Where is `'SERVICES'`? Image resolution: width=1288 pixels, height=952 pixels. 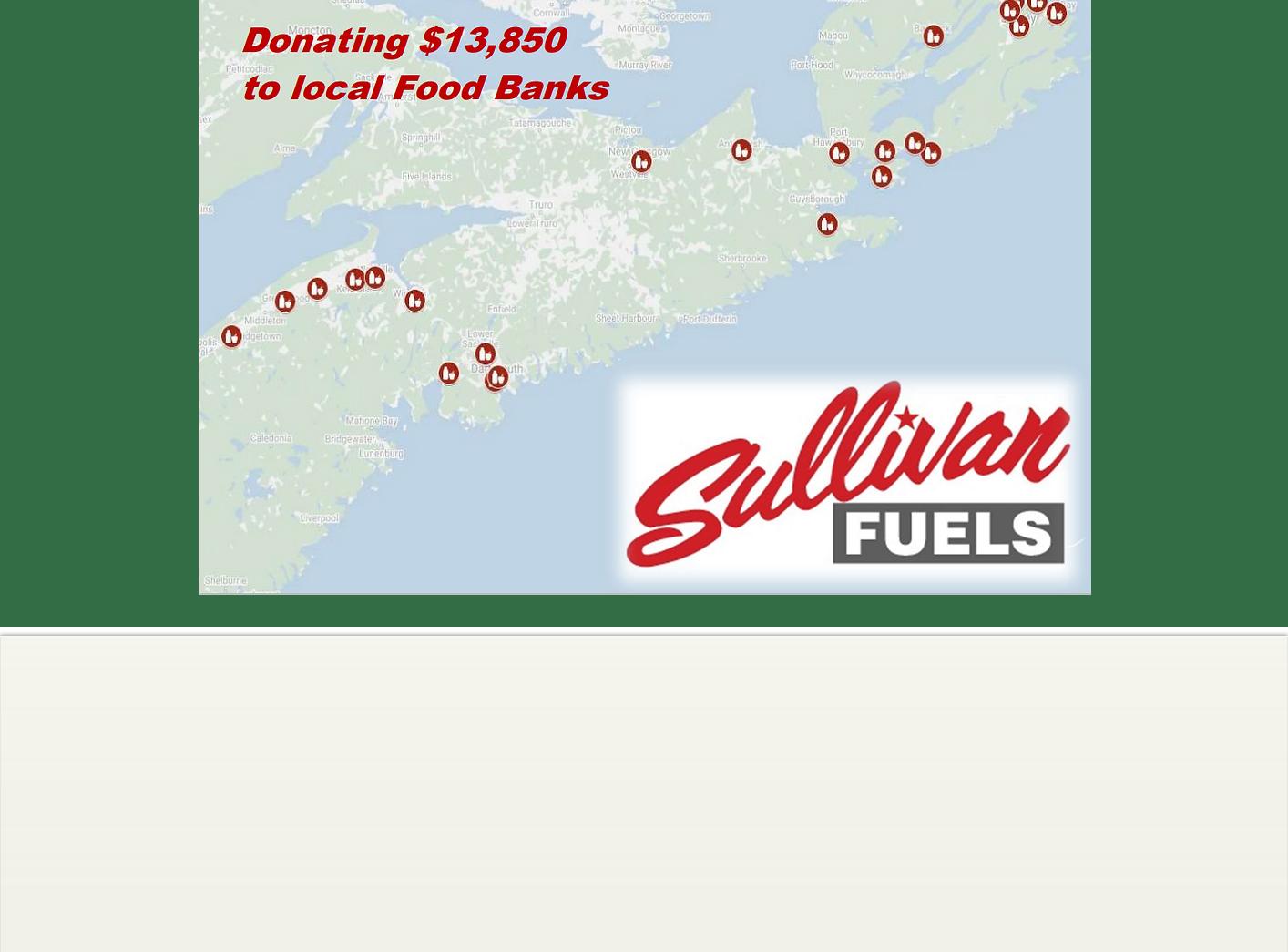
'SERVICES' is located at coordinates (238, 703).